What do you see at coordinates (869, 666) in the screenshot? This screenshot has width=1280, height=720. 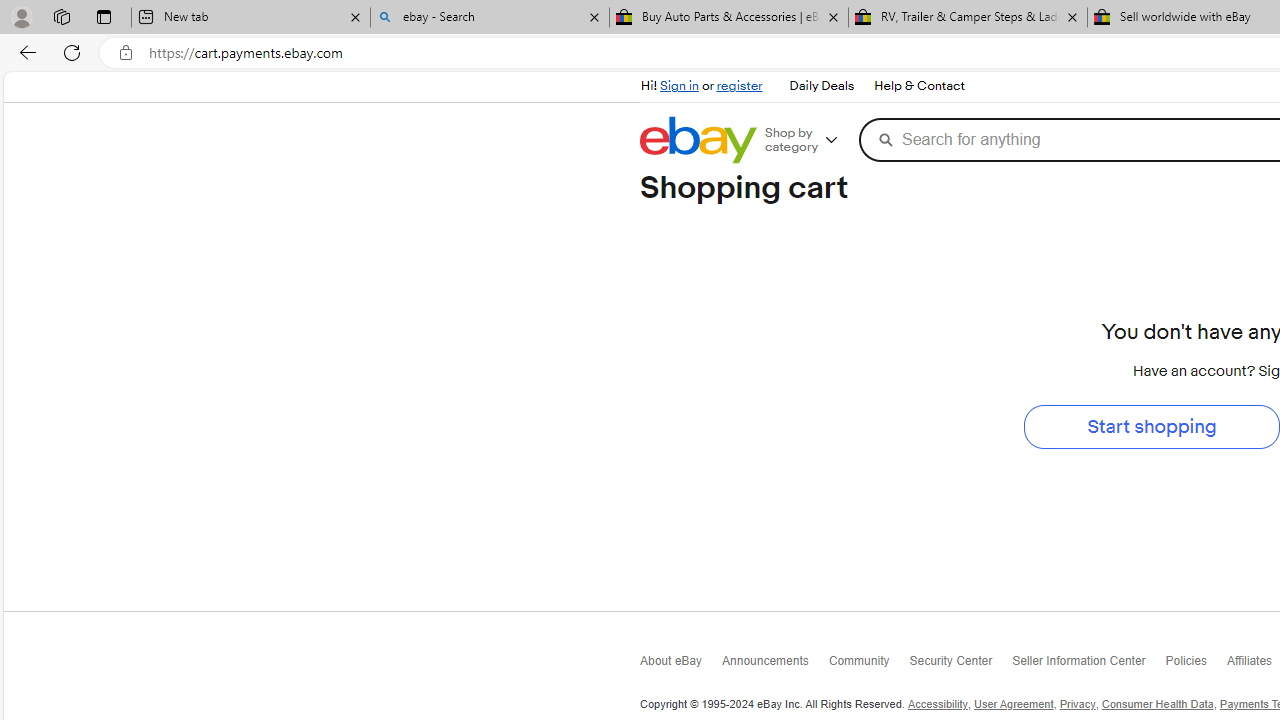 I see `'Community'` at bounding box center [869, 666].